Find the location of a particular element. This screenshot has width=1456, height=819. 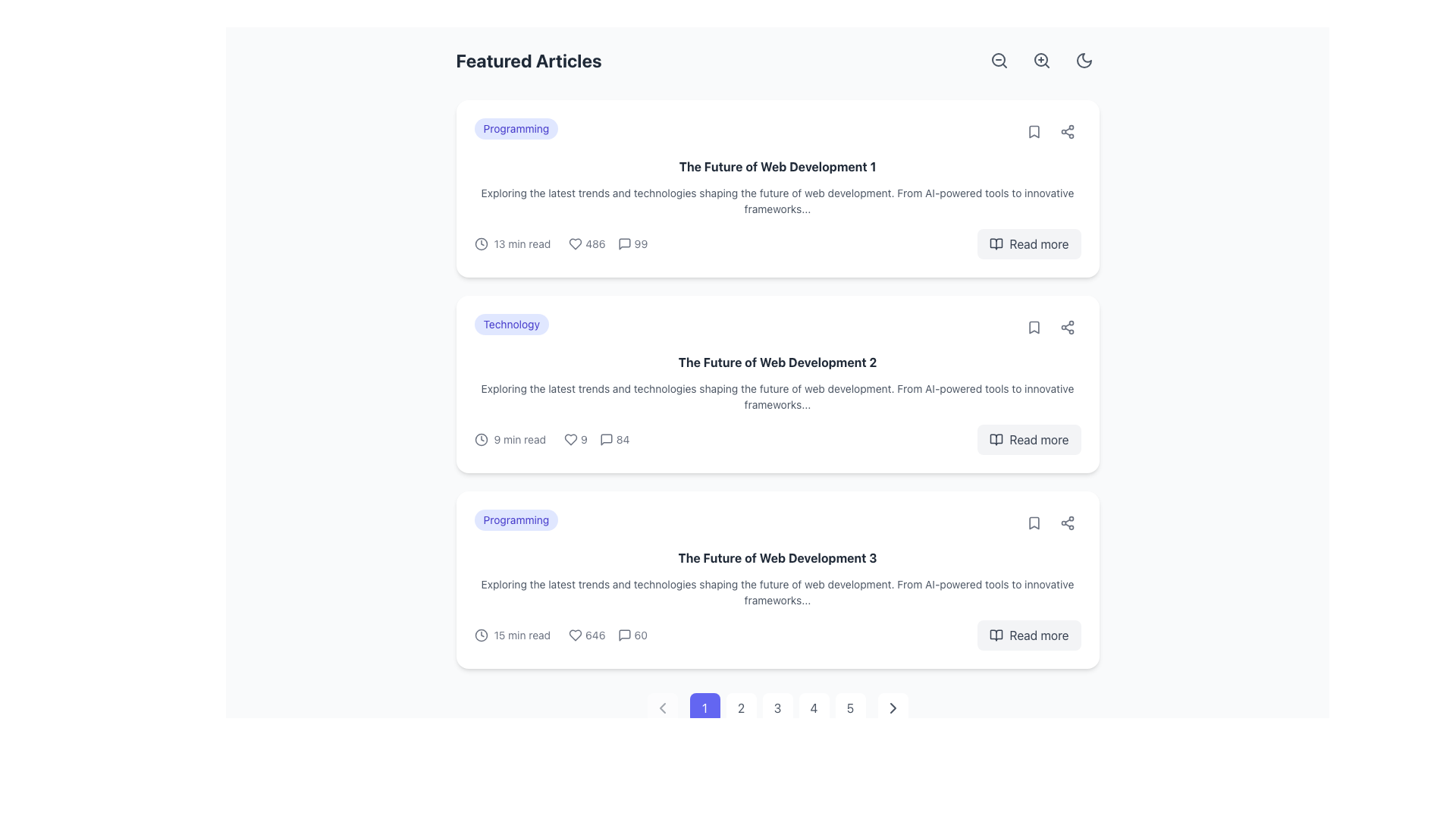

the share button located in the top-right corner of the card for the article 'The Future of Web Development 2', positioned between the bookmark icon and the edge of the card is located at coordinates (1066, 327).